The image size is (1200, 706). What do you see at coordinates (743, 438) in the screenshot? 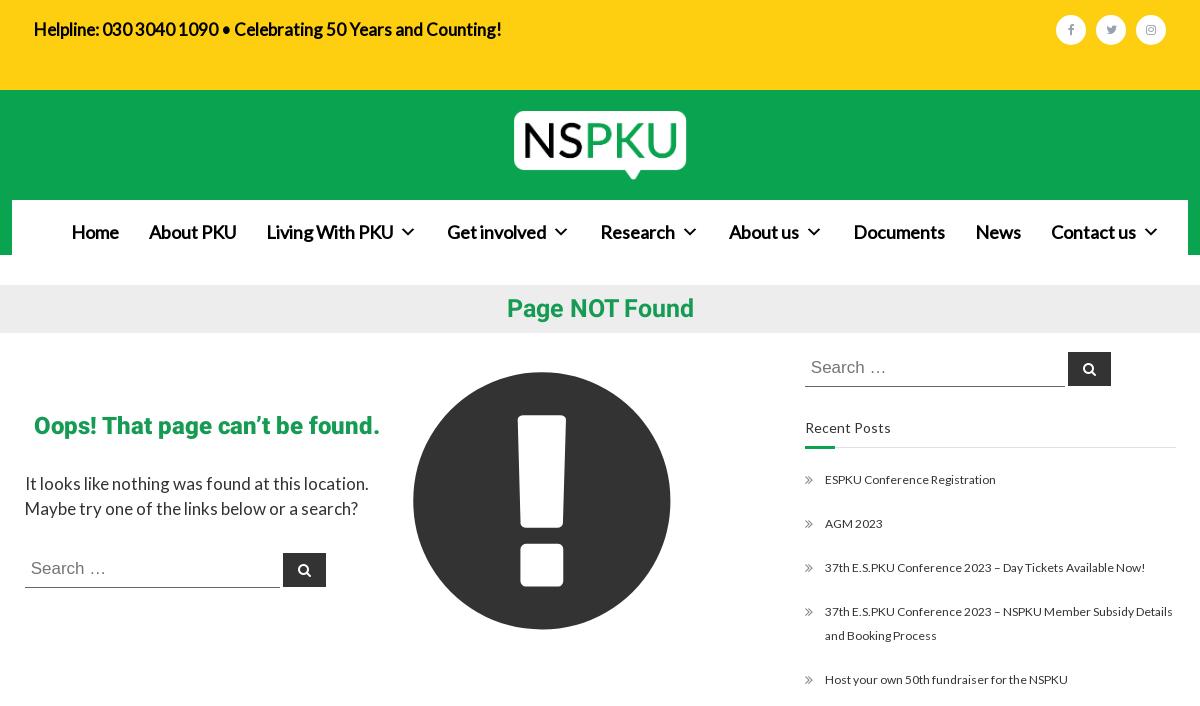
I see `'Grant Fund'` at bounding box center [743, 438].